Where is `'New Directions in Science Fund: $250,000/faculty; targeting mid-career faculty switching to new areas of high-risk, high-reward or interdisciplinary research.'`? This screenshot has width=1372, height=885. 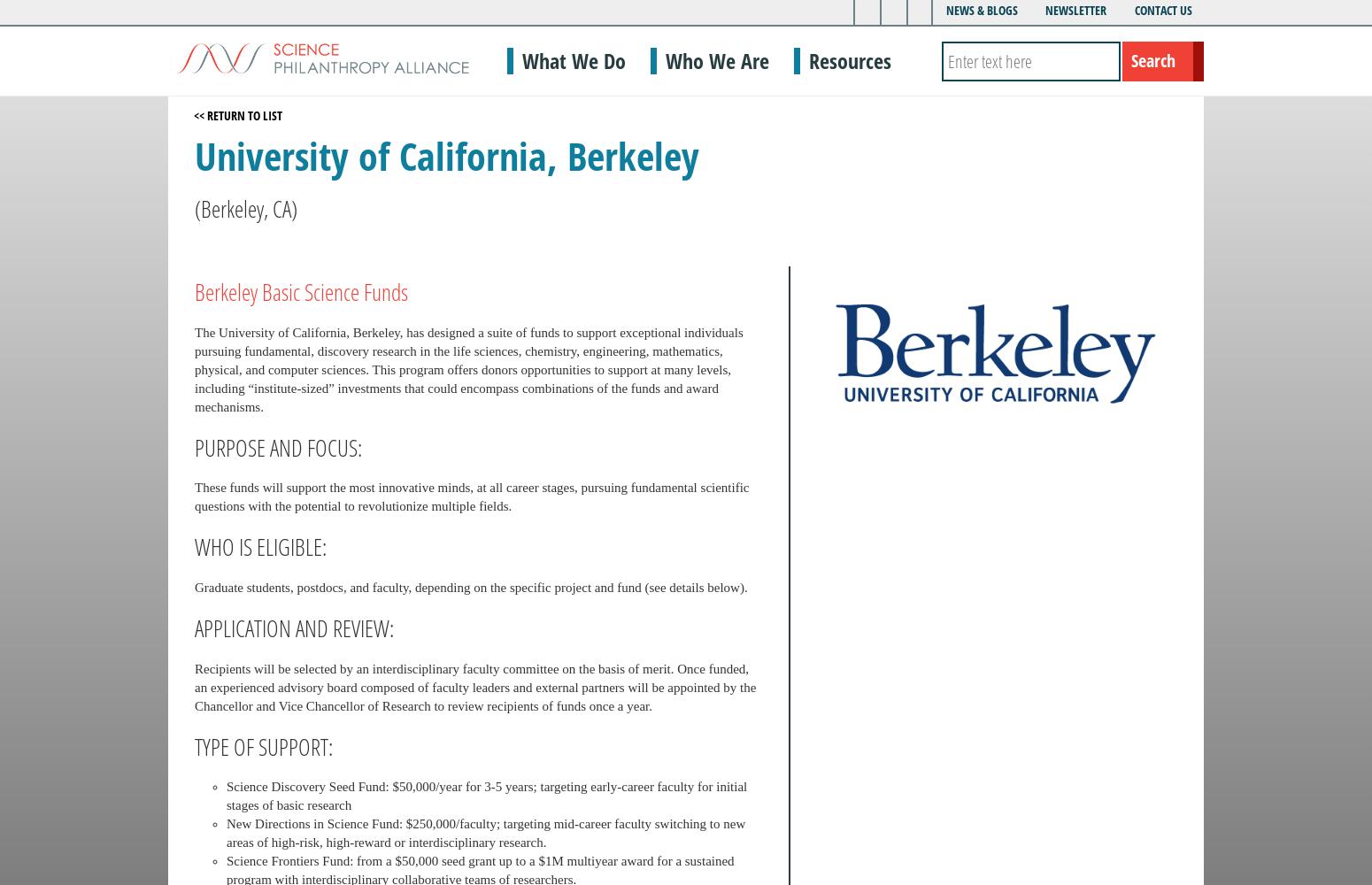 'New Directions in Science Fund: $250,000/faculty; targeting mid-career faculty switching to new areas of high-risk, high-reward or interdisciplinary research.' is located at coordinates (486, 832).